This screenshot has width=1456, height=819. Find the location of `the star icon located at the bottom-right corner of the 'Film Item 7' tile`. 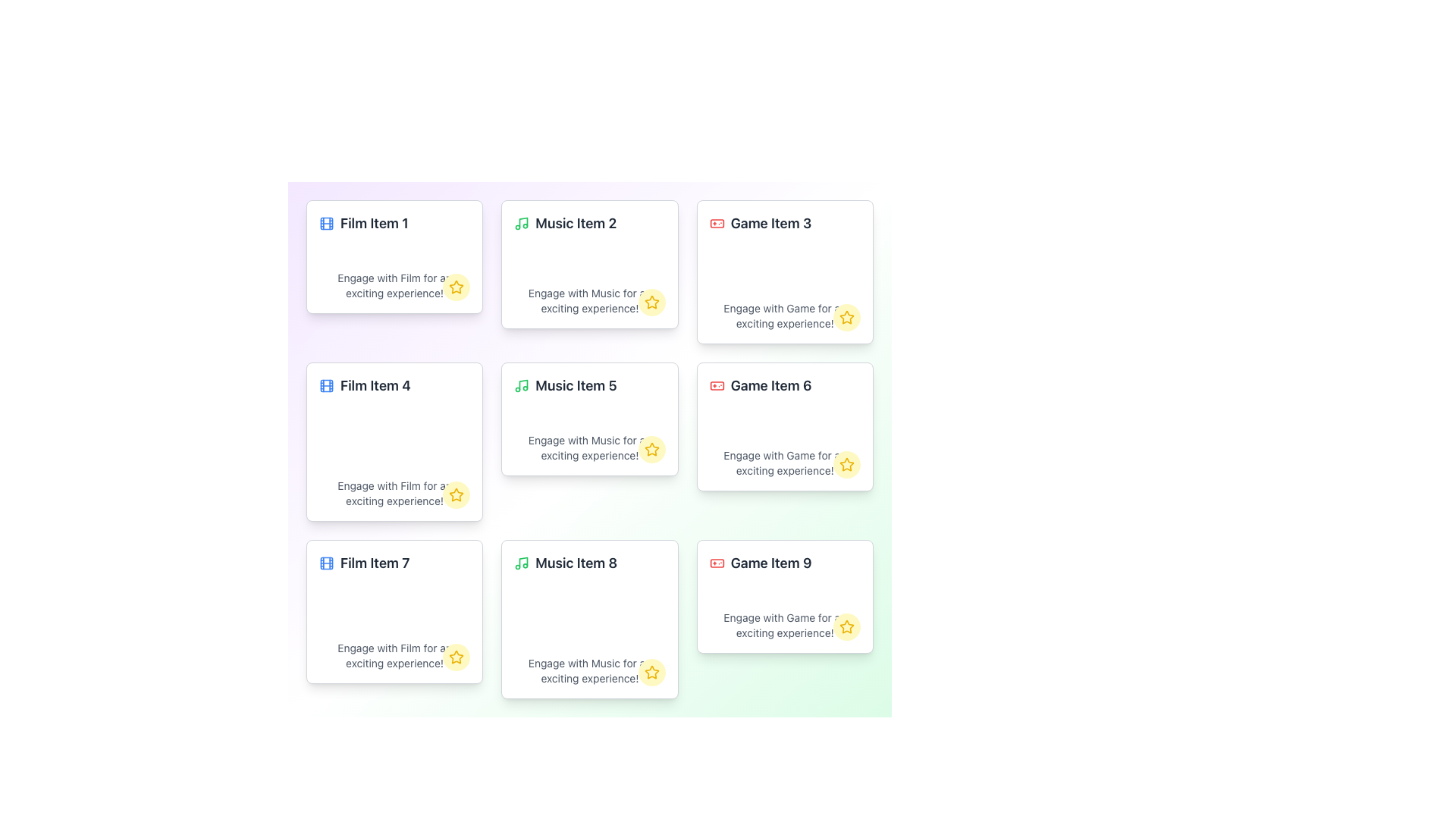

the star icon located at the bottom-right corner of the 'Film Item 7' tile is located at coordinates (456, 656).